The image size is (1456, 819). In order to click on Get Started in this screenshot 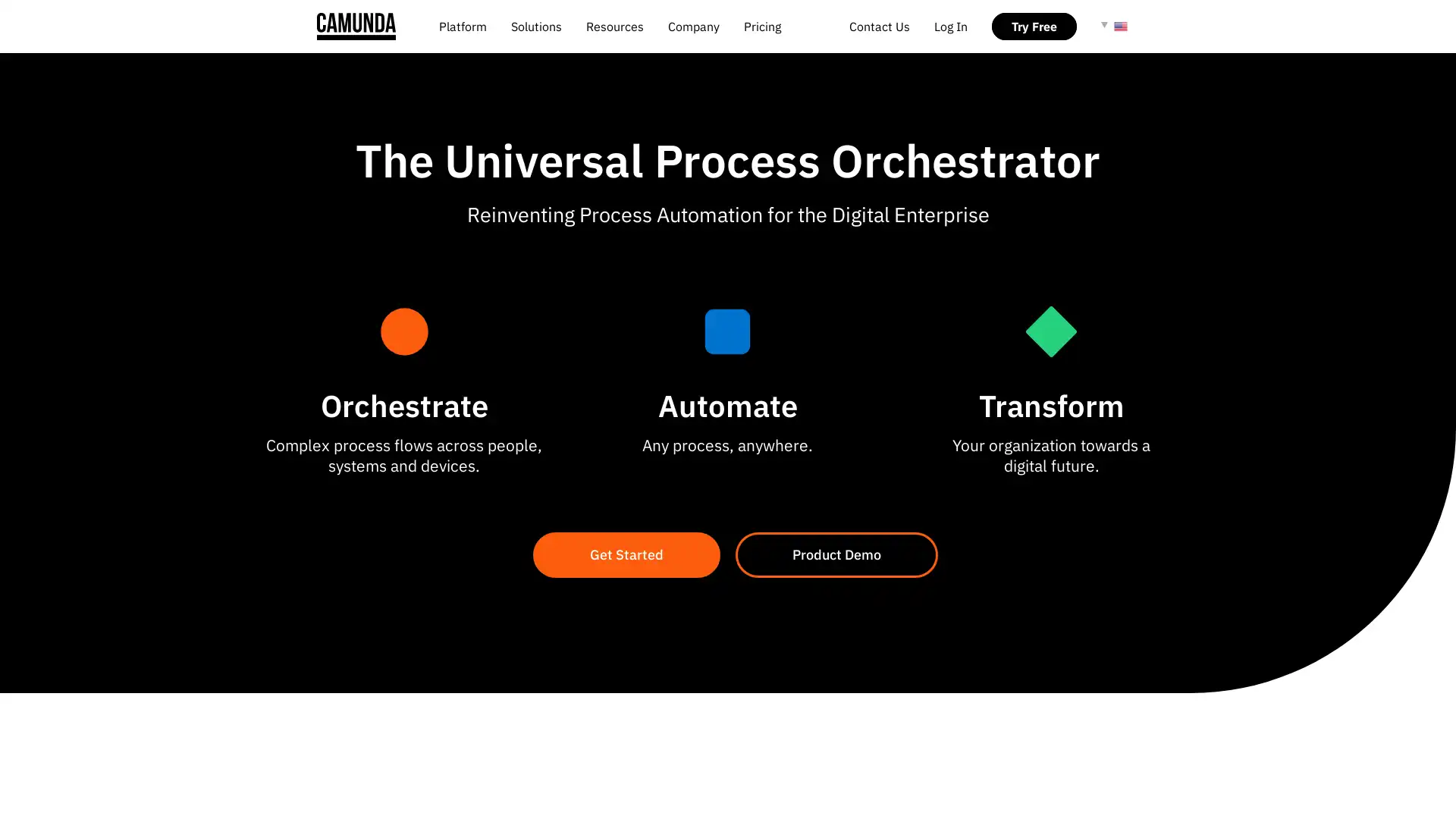, I will do `click(626, 555)`.